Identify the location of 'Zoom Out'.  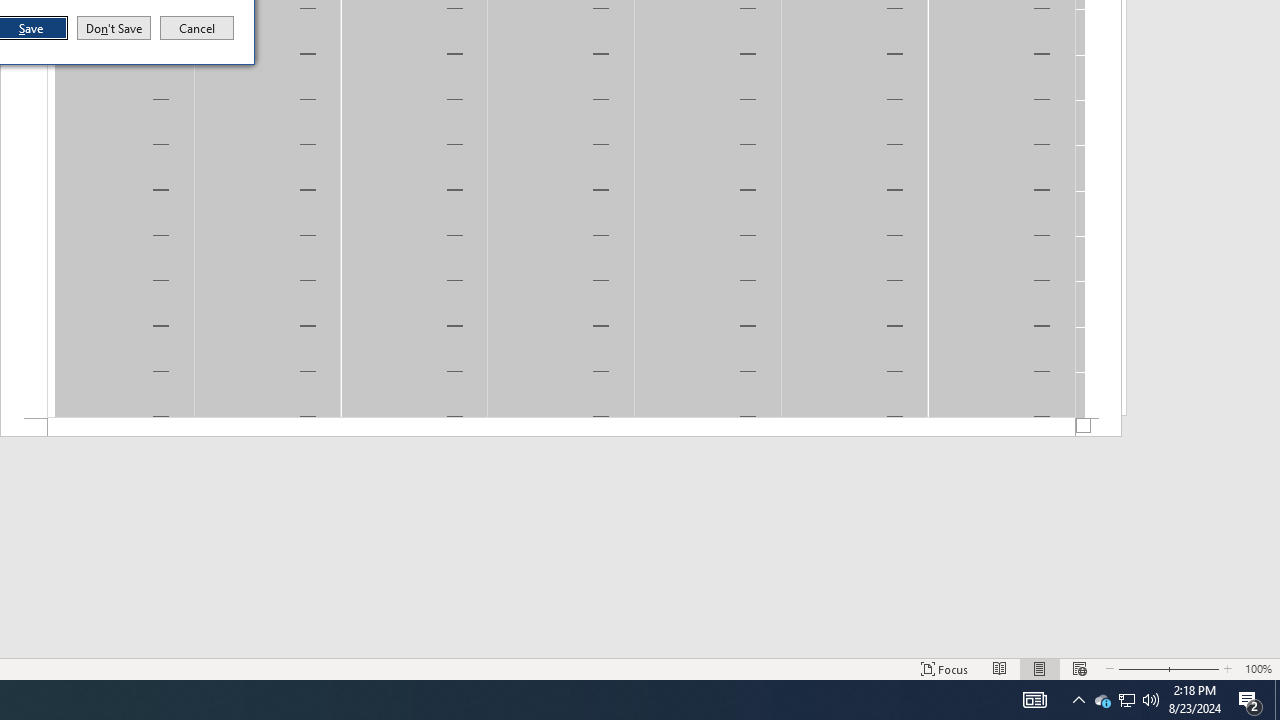
(1151, 698).